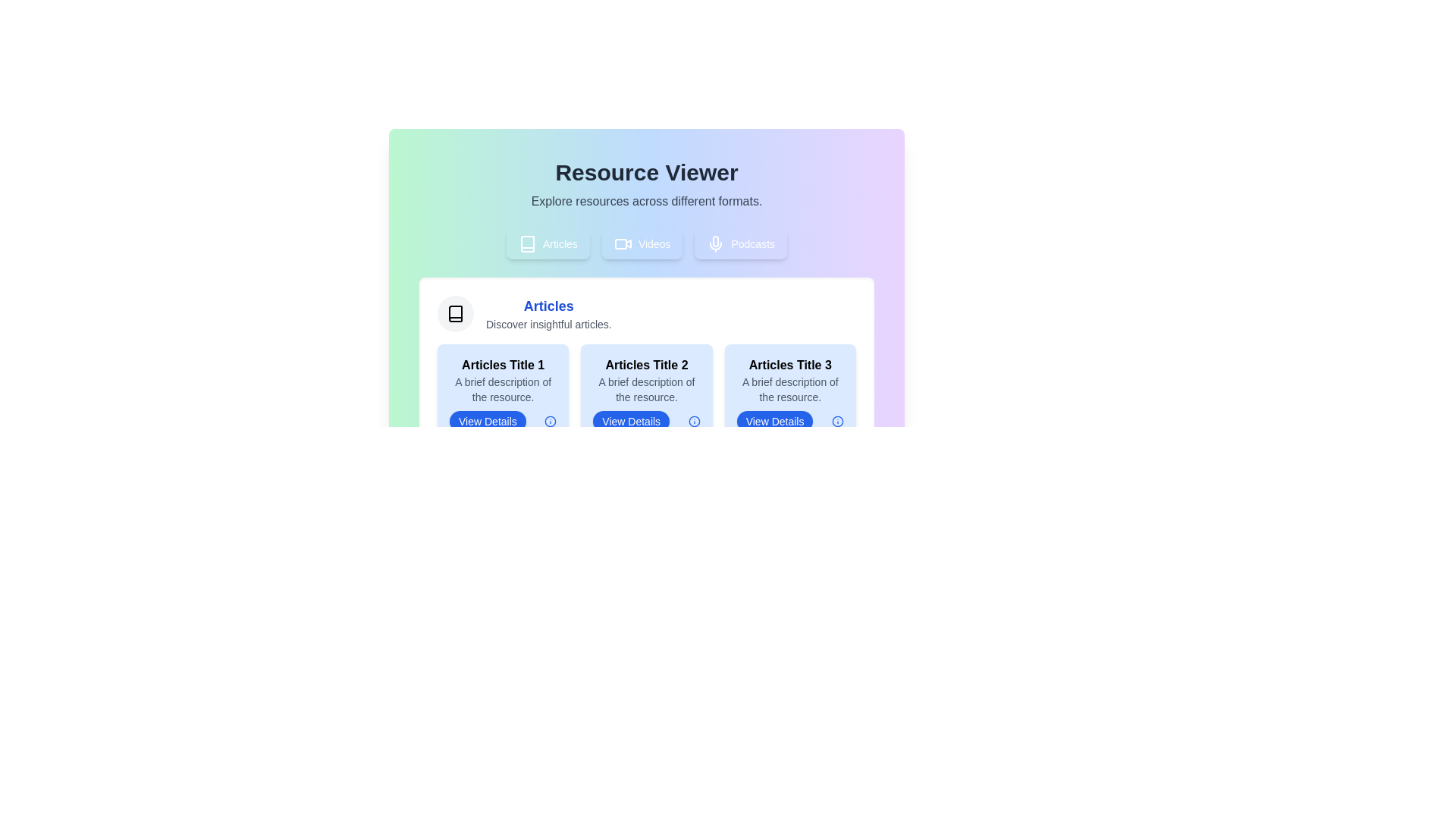  I want to click on the microphone icon in the top section of the interface, so click(715, 240).